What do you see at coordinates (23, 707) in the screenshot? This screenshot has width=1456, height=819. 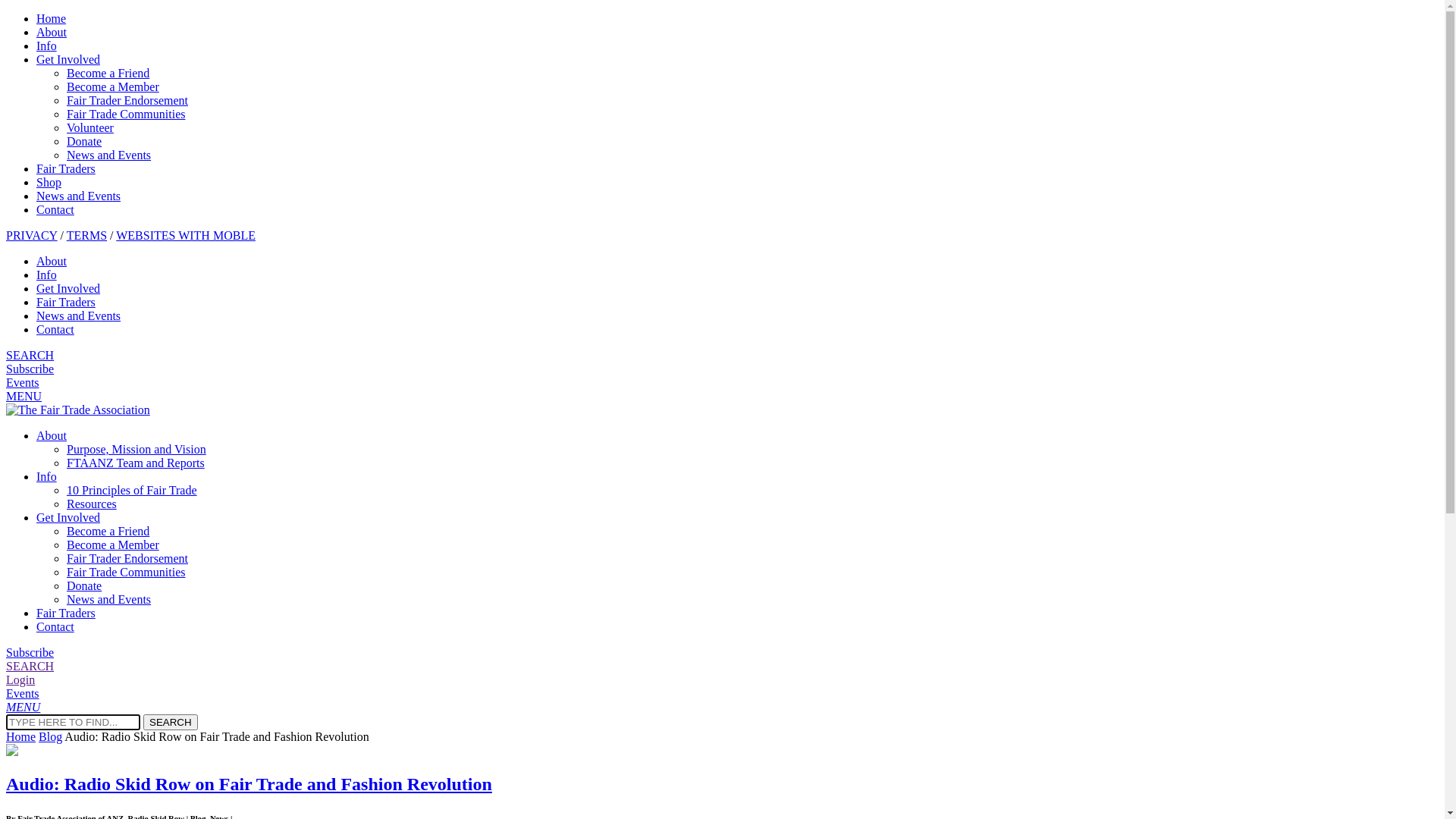 I see `'MENU'` at bounding box center [23, 707].